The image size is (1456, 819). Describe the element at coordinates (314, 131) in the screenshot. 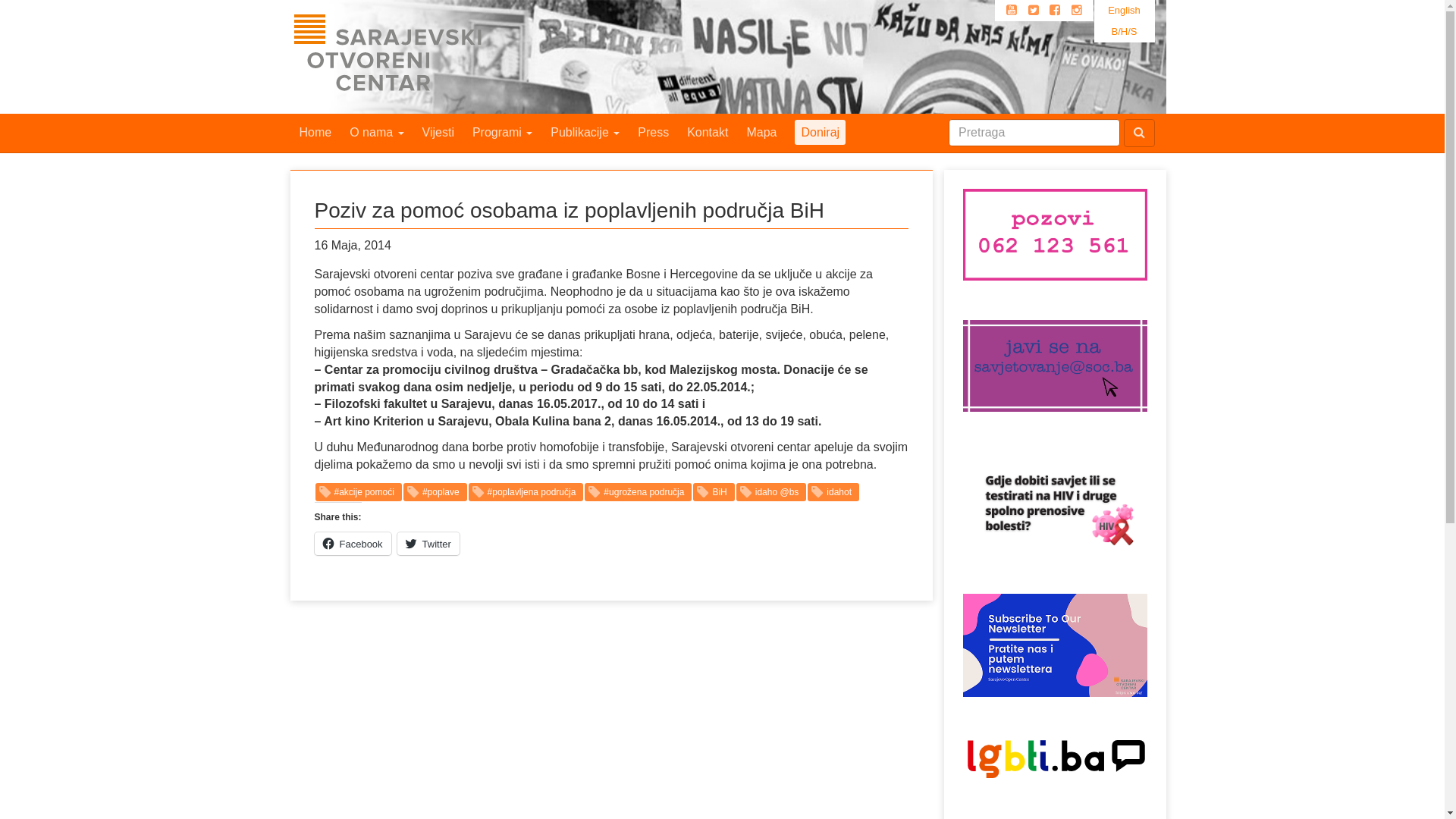

I see `'Home'` at that location.